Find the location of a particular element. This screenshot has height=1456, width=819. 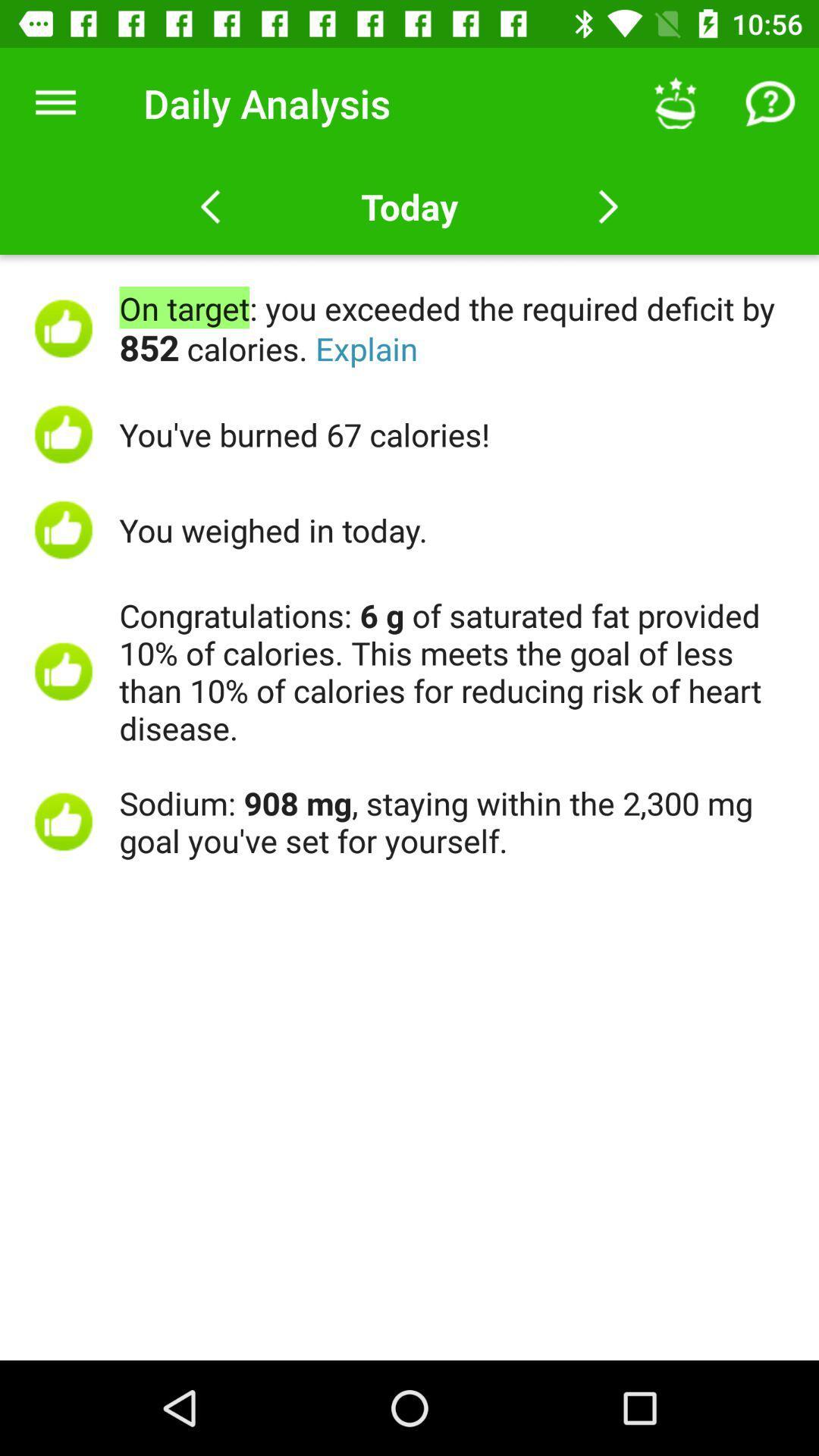

icon above on target you is located at coordinates (55, 102).